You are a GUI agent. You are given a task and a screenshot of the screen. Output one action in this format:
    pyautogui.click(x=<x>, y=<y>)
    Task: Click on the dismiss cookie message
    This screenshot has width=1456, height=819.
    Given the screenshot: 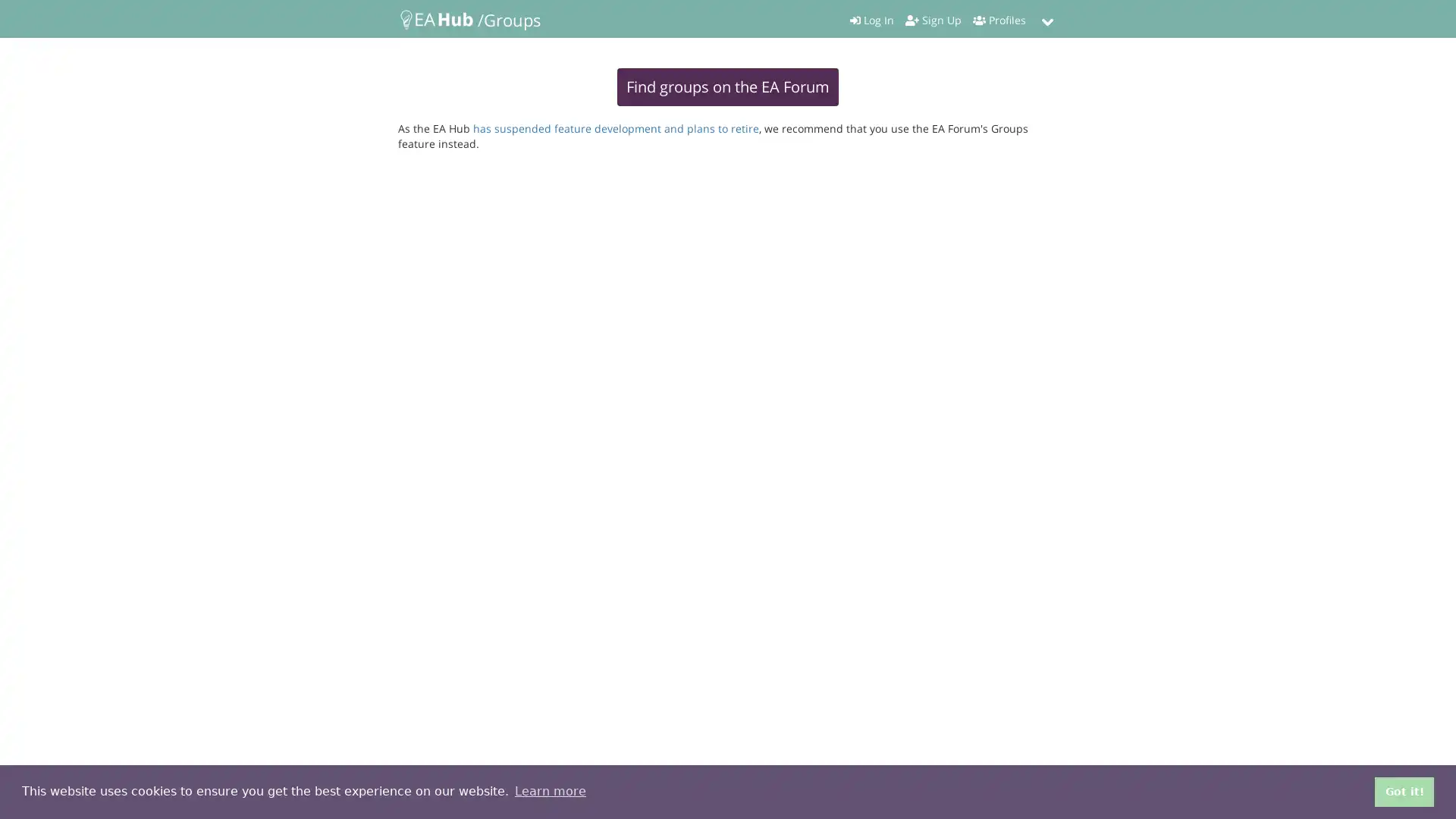 What is the action you would take?
    pyautogui.click(x=1404, y=791)
    